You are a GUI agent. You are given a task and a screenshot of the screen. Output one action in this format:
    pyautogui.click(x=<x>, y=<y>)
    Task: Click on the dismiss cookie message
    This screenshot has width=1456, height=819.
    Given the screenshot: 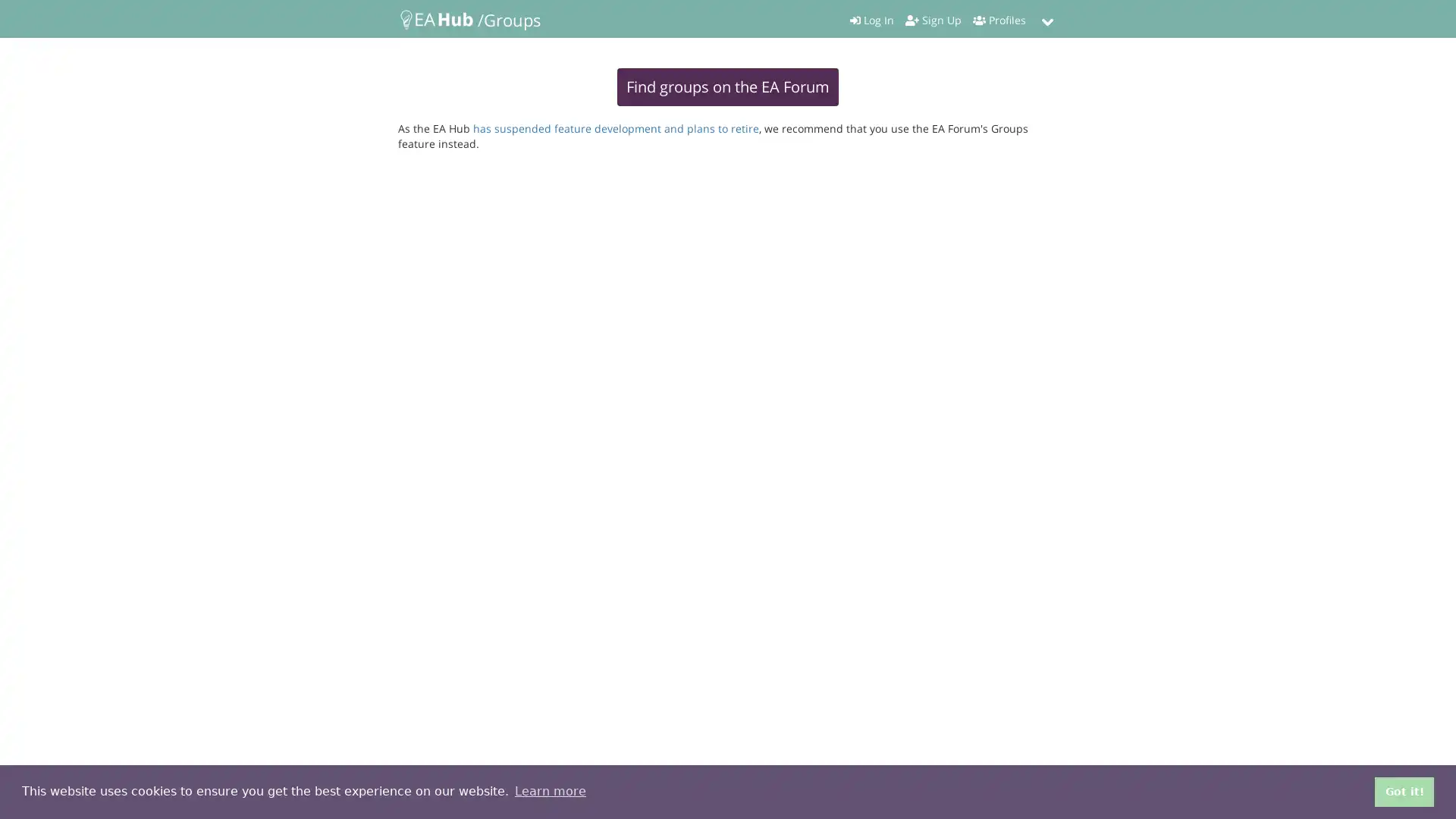 What is the action you would take?
    pyautogui.click(x=1404, y=791)
    